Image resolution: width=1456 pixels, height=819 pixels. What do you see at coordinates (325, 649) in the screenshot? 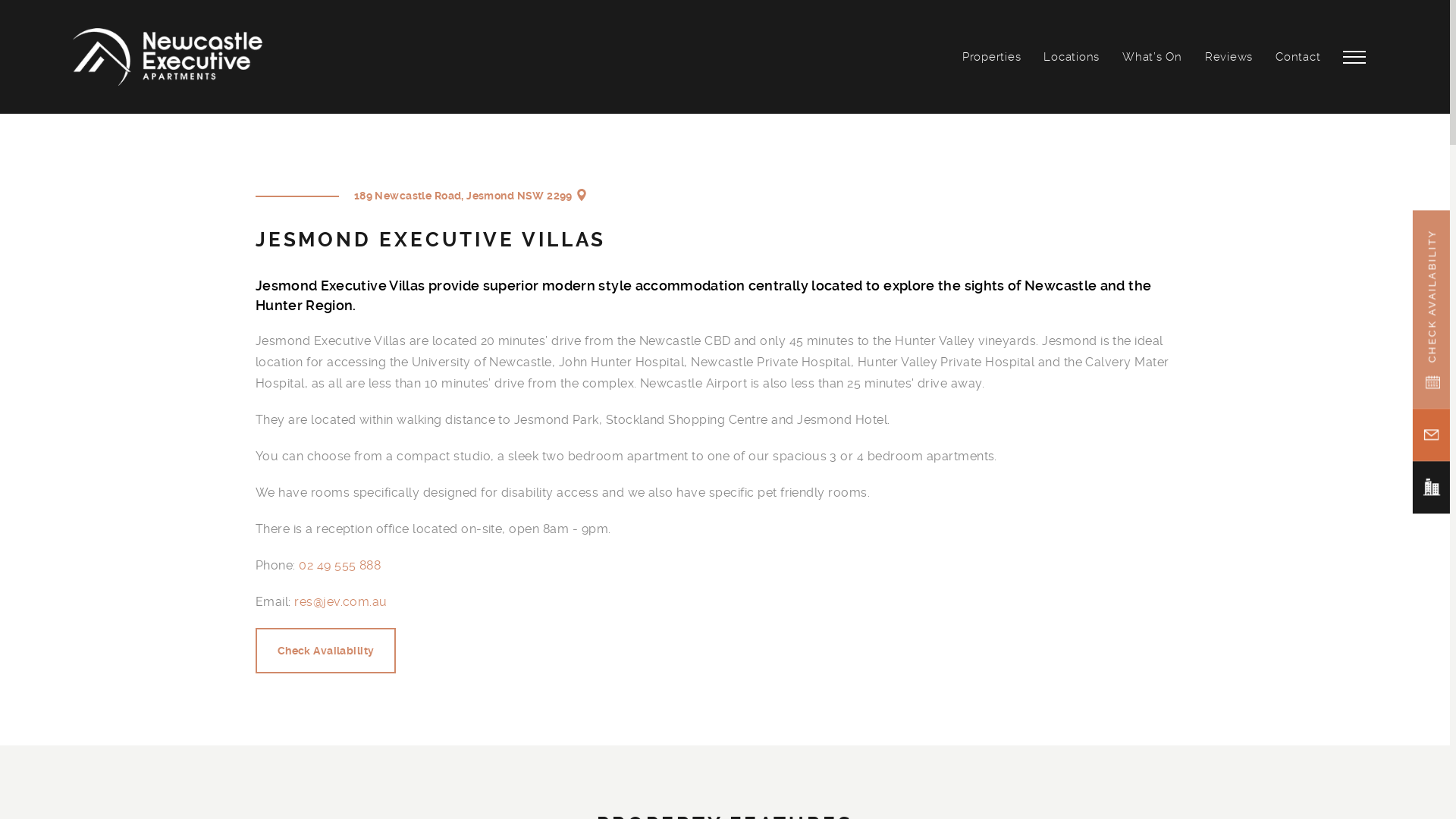
I see `'Check Availability'` at bounding box center [325, 649].